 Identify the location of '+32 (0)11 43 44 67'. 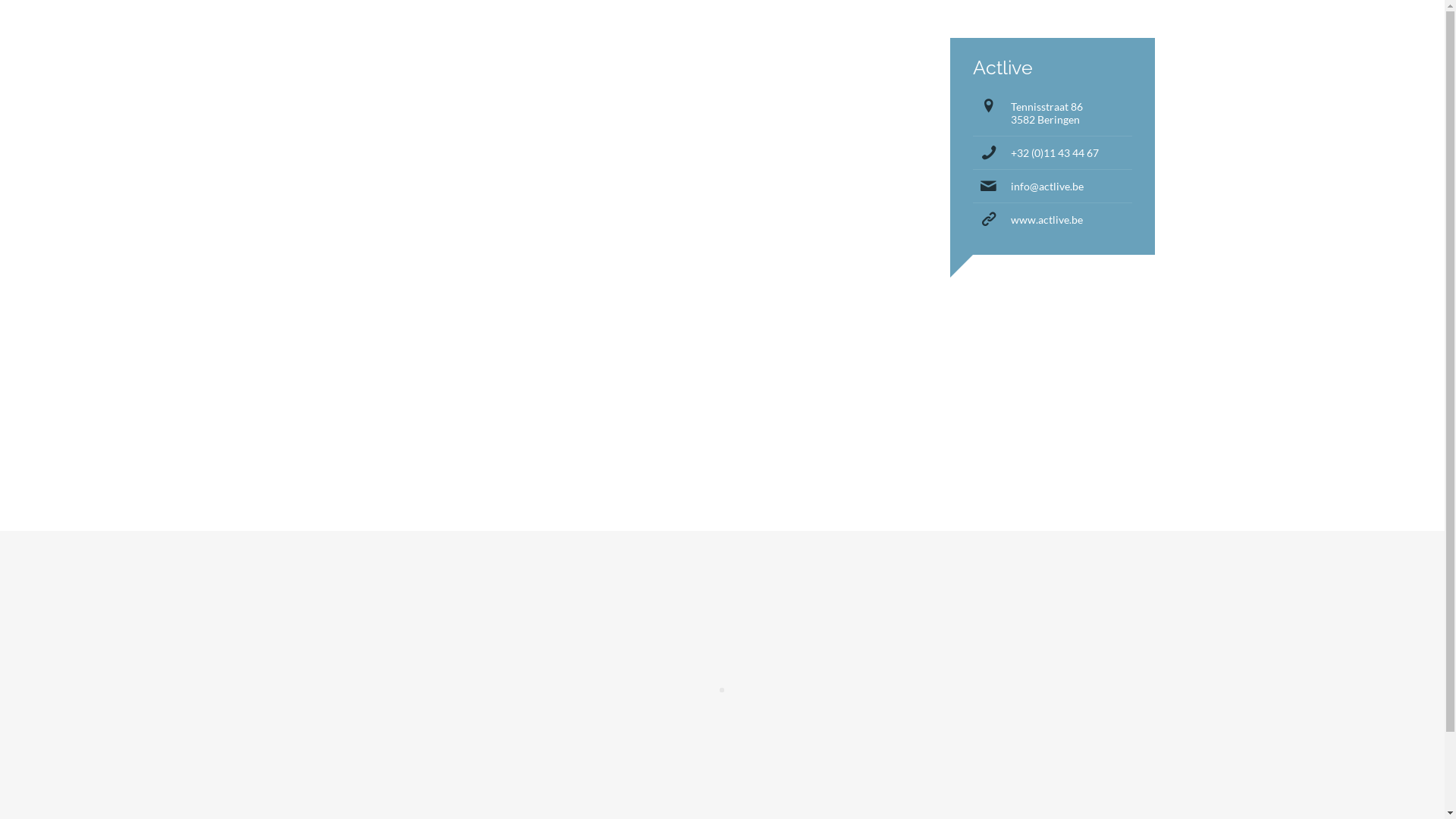
(1009, 152).